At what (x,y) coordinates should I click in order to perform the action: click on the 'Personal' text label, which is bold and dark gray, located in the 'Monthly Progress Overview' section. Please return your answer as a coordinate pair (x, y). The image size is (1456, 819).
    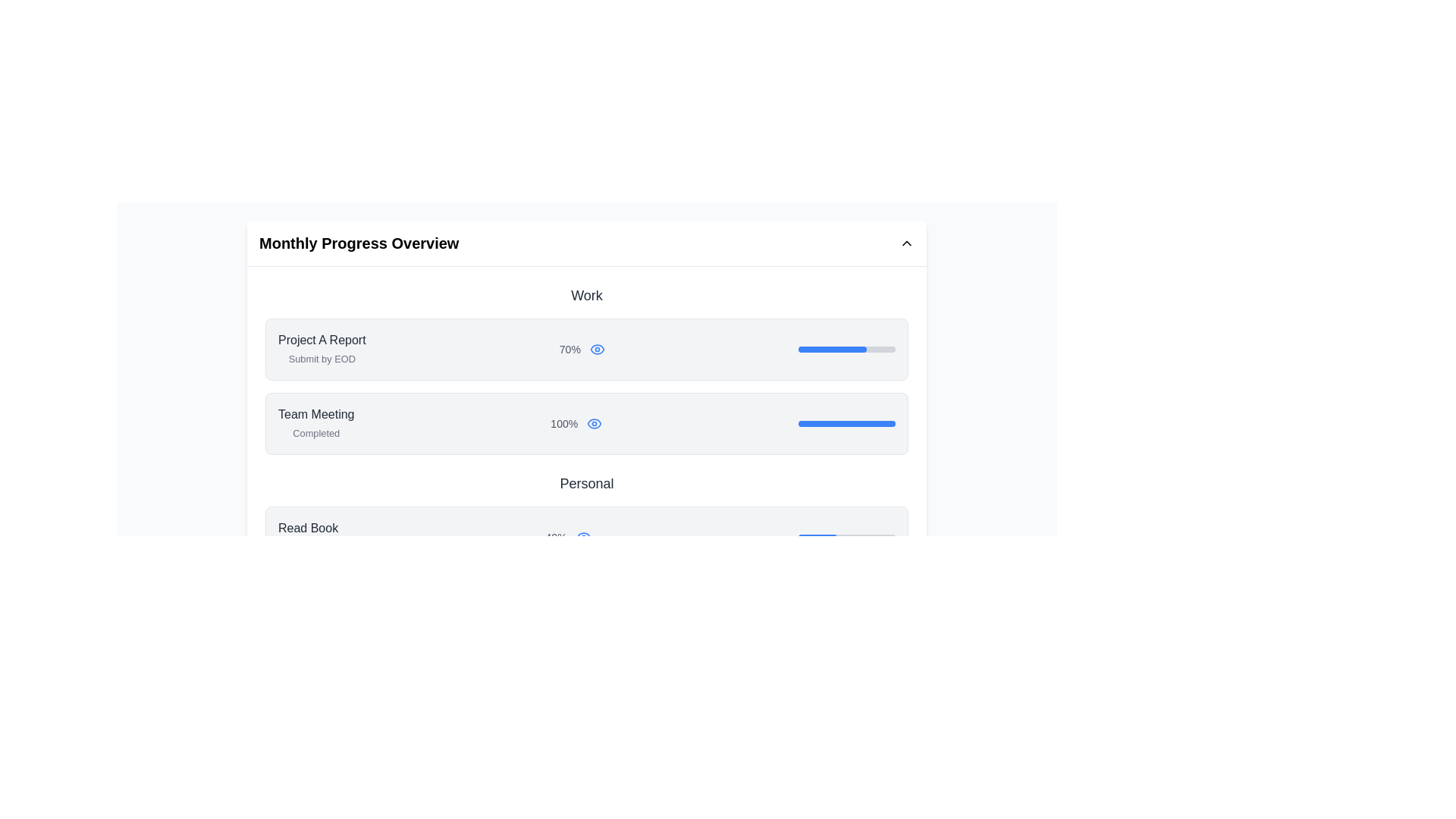
    Looking at the image, I should click on (585, 483).